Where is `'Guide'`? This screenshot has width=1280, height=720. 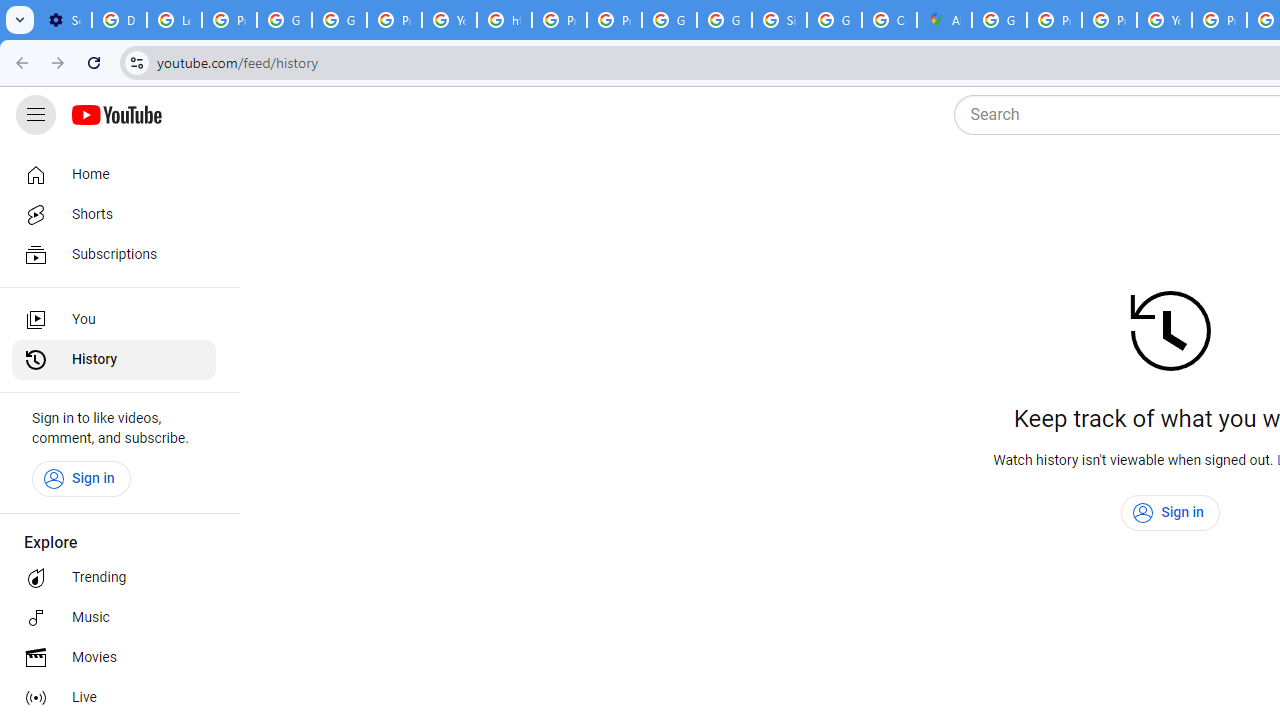 'Guide' is located at coordinates (35, 115).